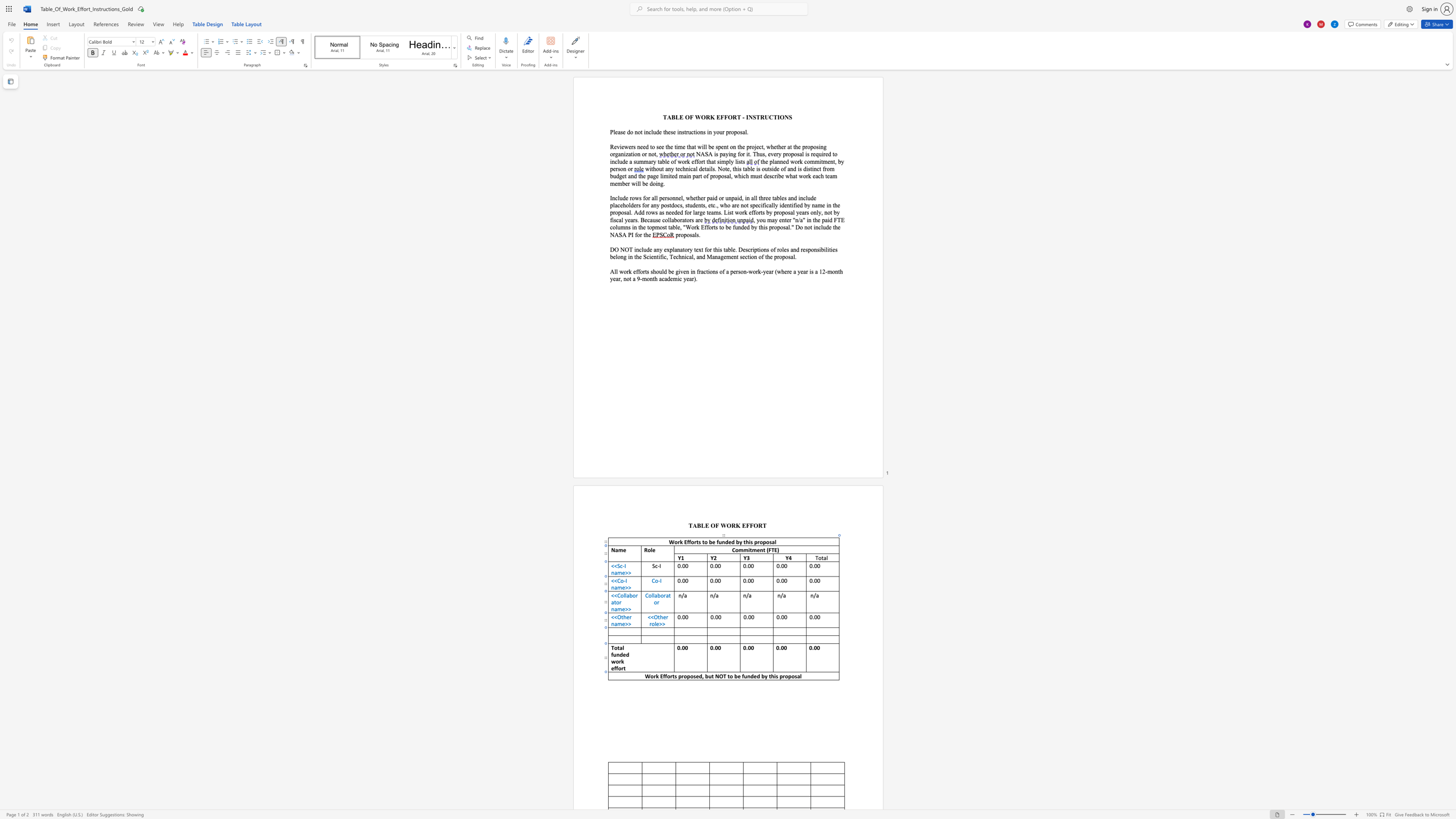  Describe the element at coordinates (697, 675) in the screenshot. I see `the 1th character "e" in the text` at that location.